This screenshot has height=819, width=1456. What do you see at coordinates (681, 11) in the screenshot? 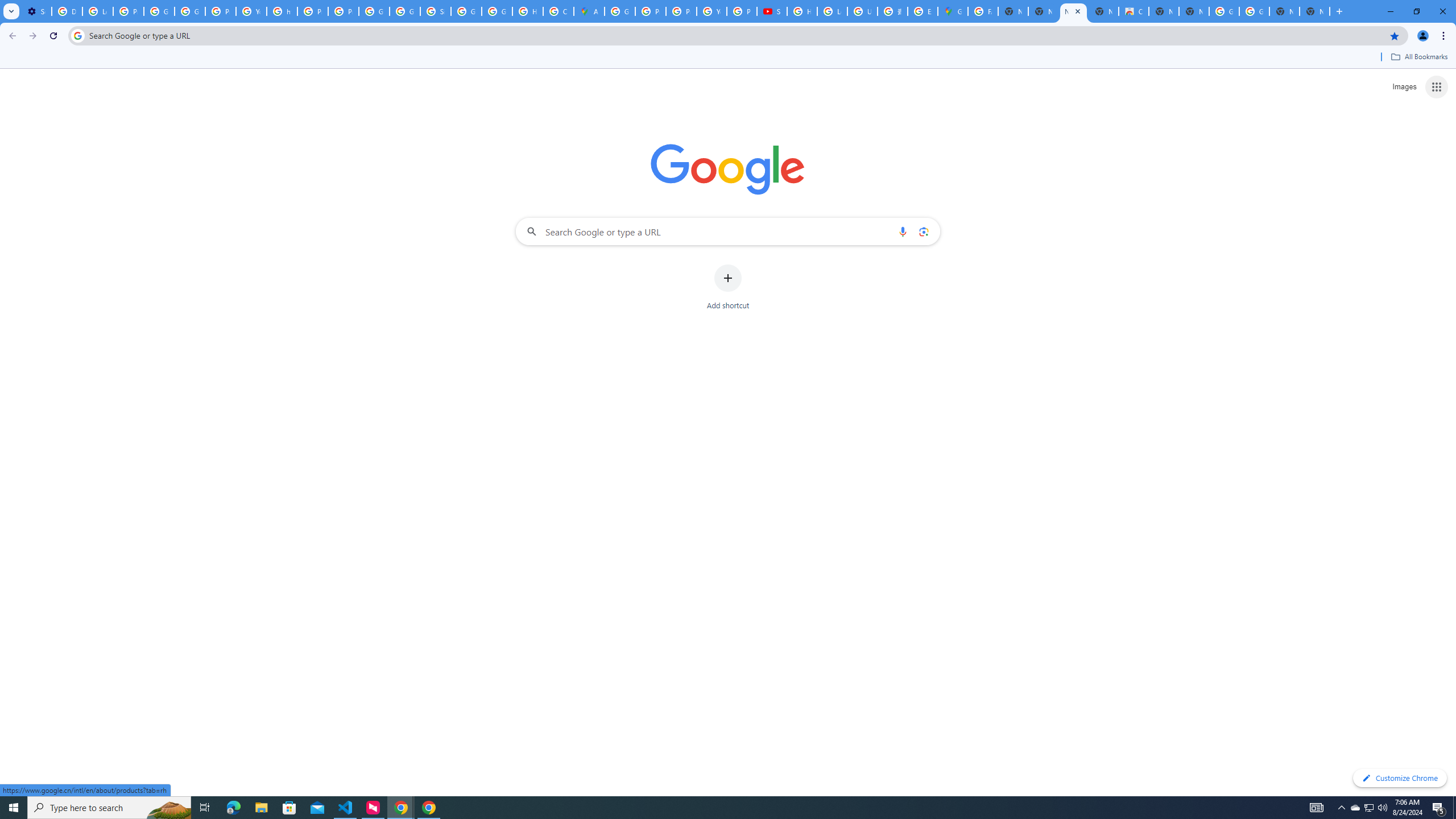
I see `'Privacy Help Center - Policies Help'` at bounding box center [681, 11].